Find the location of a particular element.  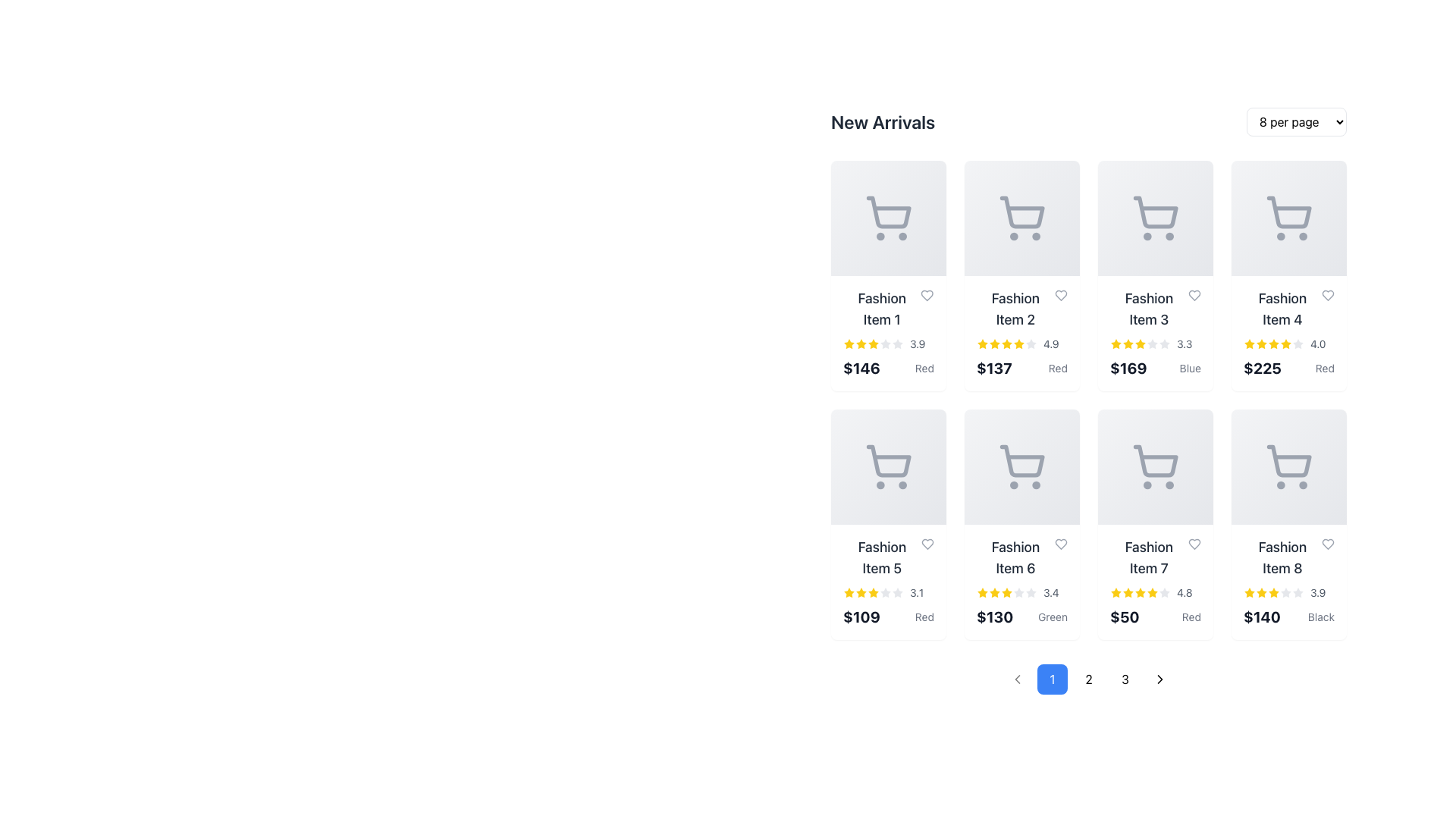

the third star icon with a yellow fill representing a filled rating within the review ratings of 'Fashion Item 4', located in the fourth card of the top row is located at coordinates (1262, 344).